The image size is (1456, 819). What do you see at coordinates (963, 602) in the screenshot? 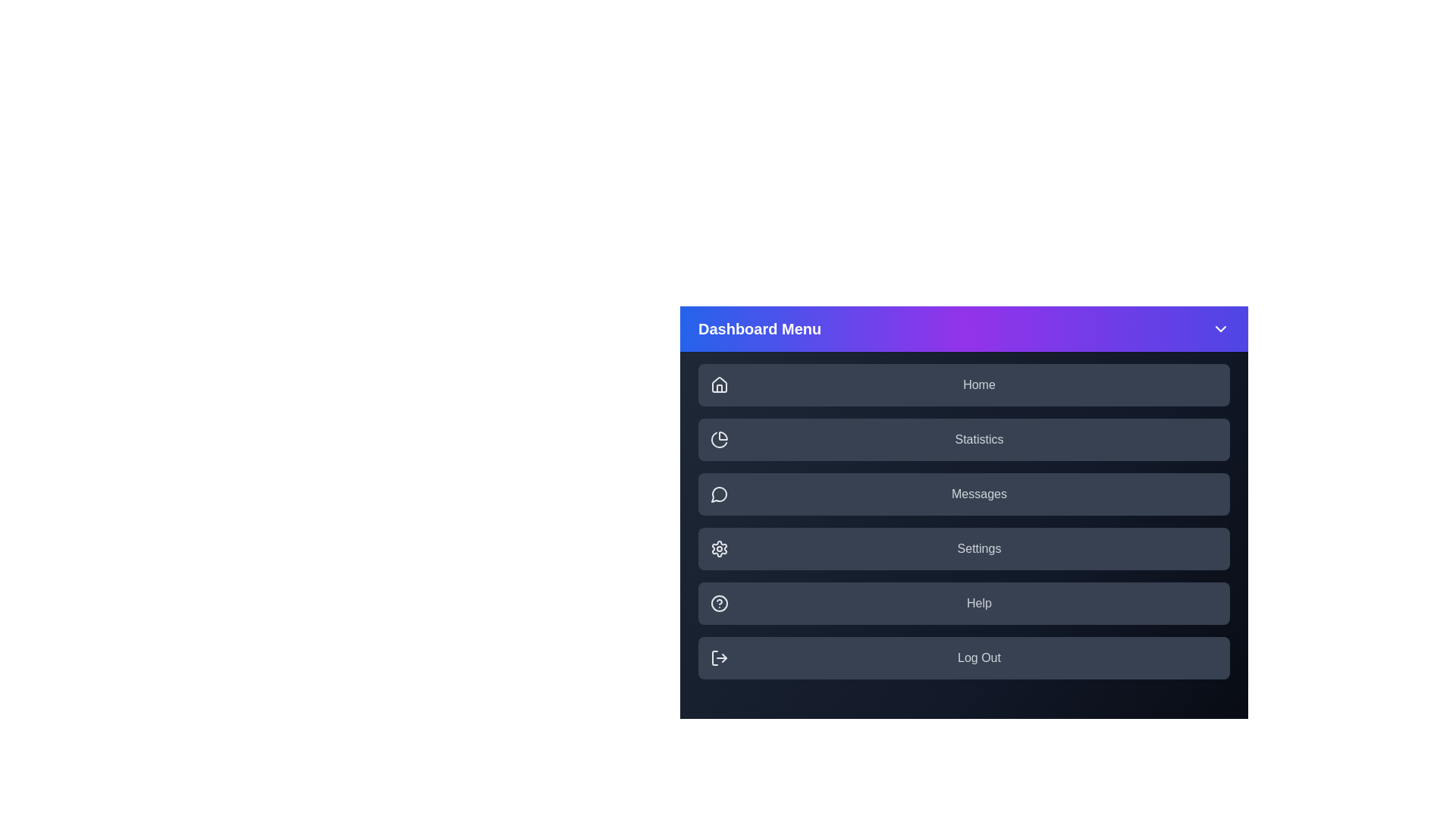
I see `the menu item labeled Help to highlight it` at bounding box center [963, 602].